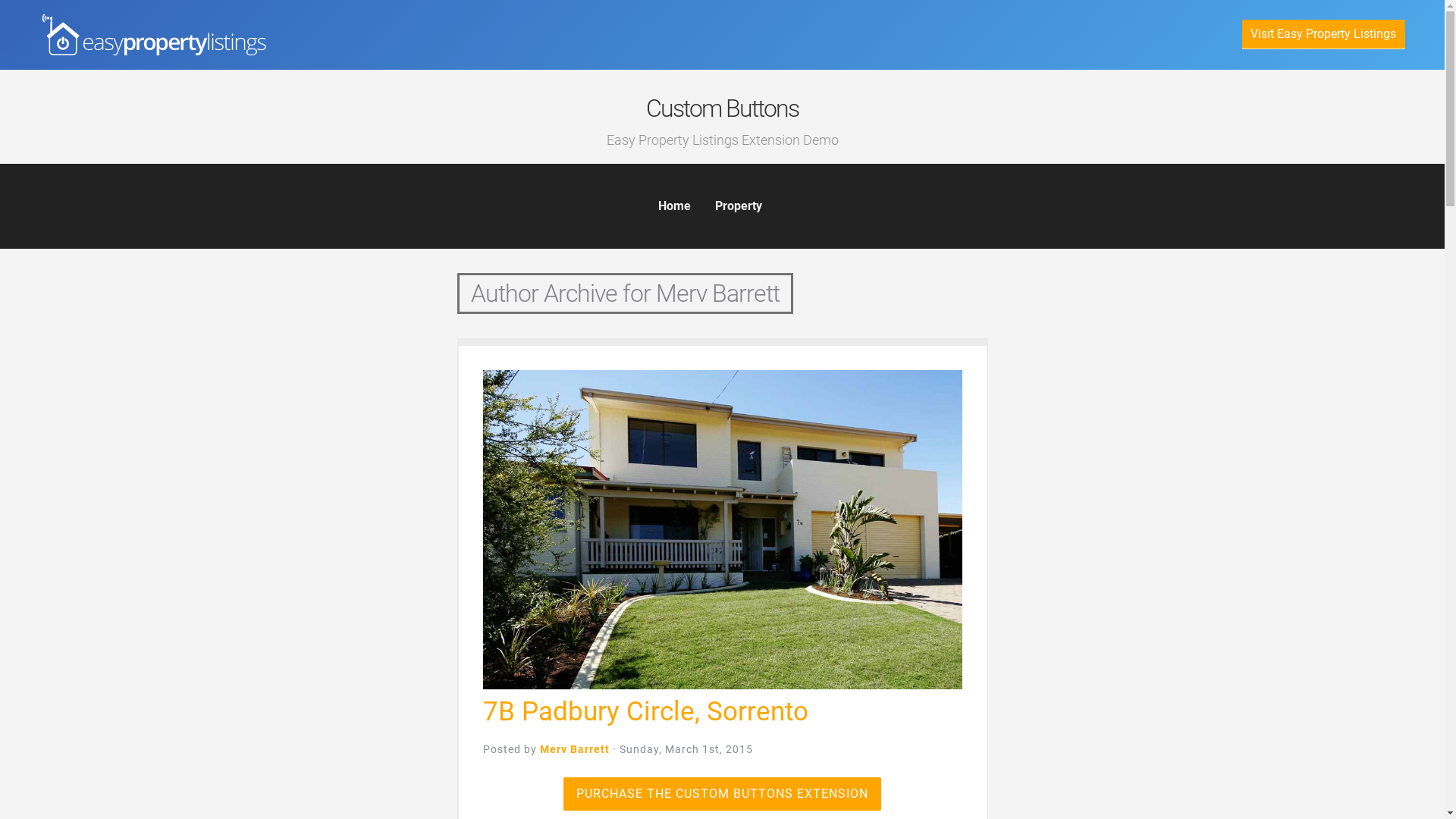 The width and height of the screenshot is (1456, 819). What do you see at coordinates (721, 107) in the screenshot?
I see `'Custom Buttons'` at bounding box center [721, 107].